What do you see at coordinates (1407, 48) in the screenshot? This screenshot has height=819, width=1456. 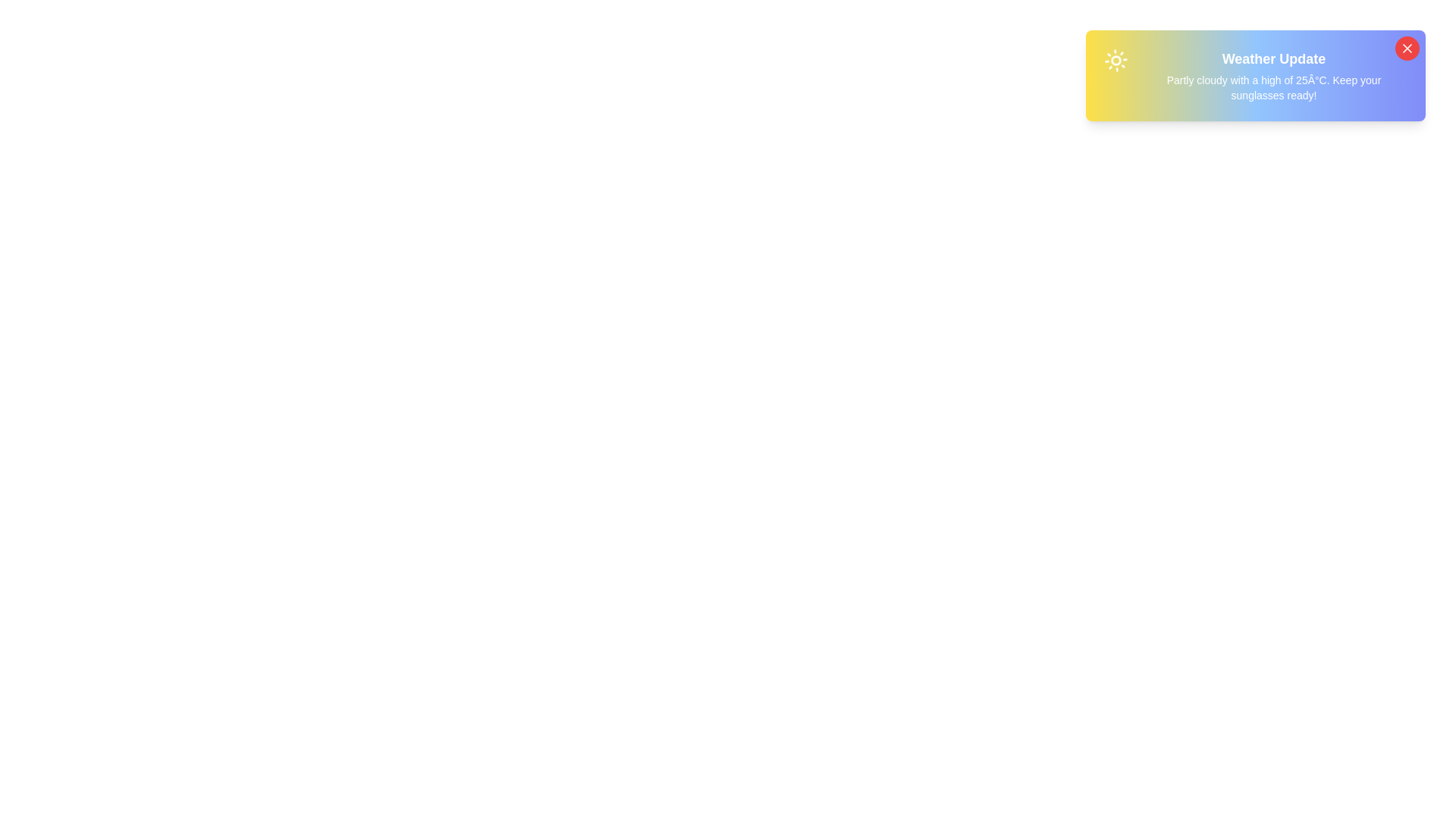 I see `the close button to dismiss the notification snackbar` at bounding box center [1407, 48].